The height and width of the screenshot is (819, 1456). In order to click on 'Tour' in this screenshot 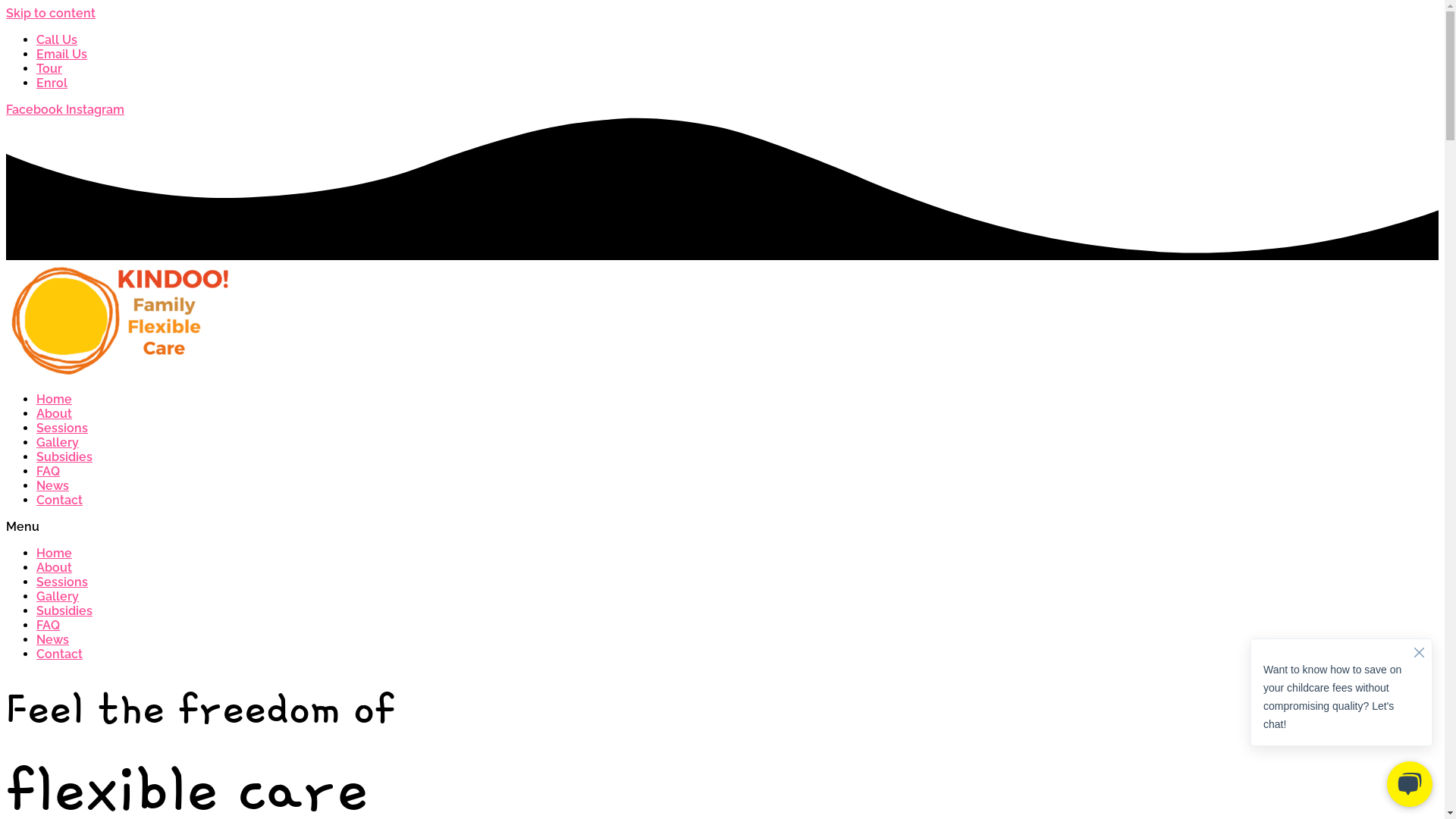, I will do `click(49, 68)`.